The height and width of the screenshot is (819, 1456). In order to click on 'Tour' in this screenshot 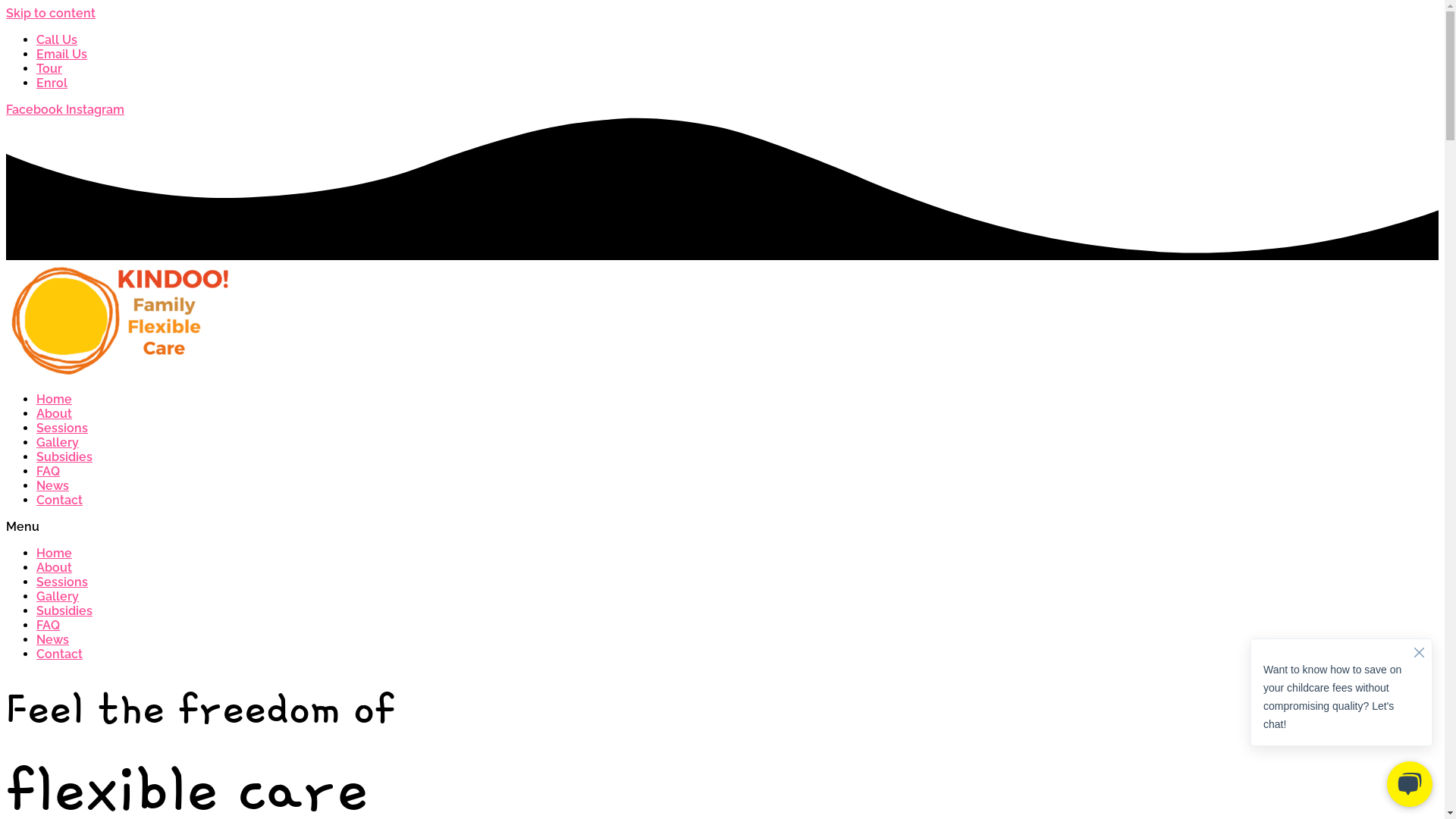, I will do `click(49, 68)`.